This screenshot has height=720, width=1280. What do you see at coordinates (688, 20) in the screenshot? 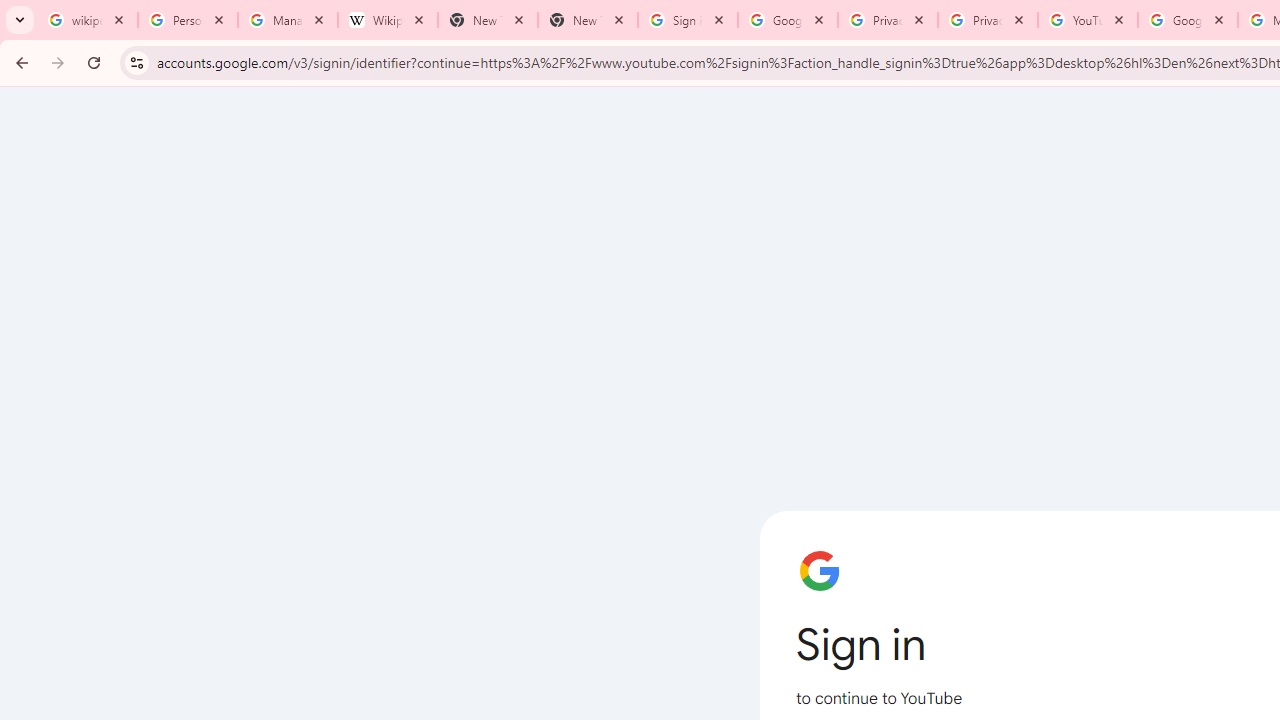
I see `'Sign in - Google Accounts'` at bounding box center [688, 20].